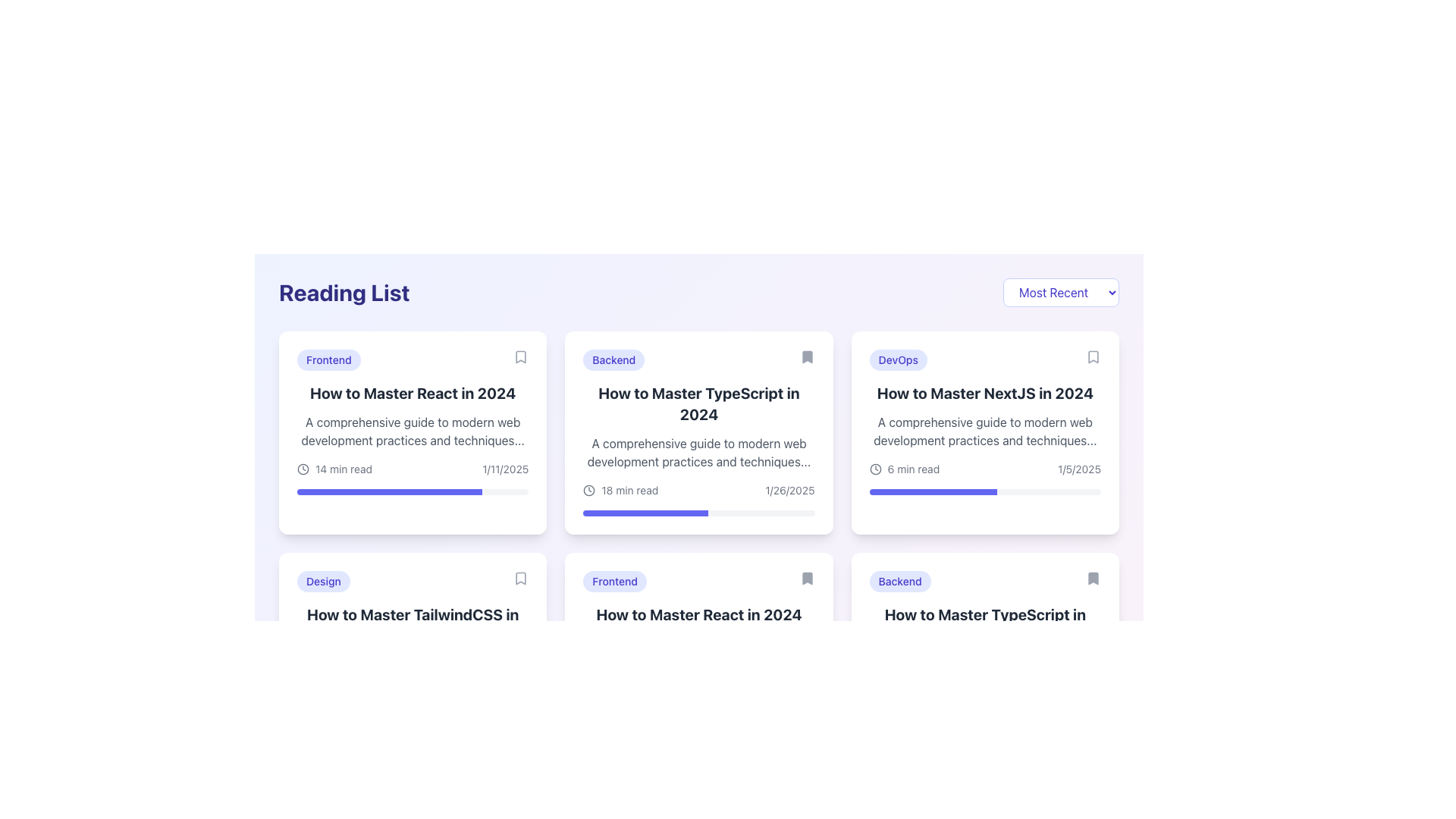  What do you see at coordinates (698, 513) in the screenshot?
I see `the progress bar located at the bottom of the card titled 'How to Master TypeScript in 2024' to understand the progress it represents` at bounding box center [698, 513].